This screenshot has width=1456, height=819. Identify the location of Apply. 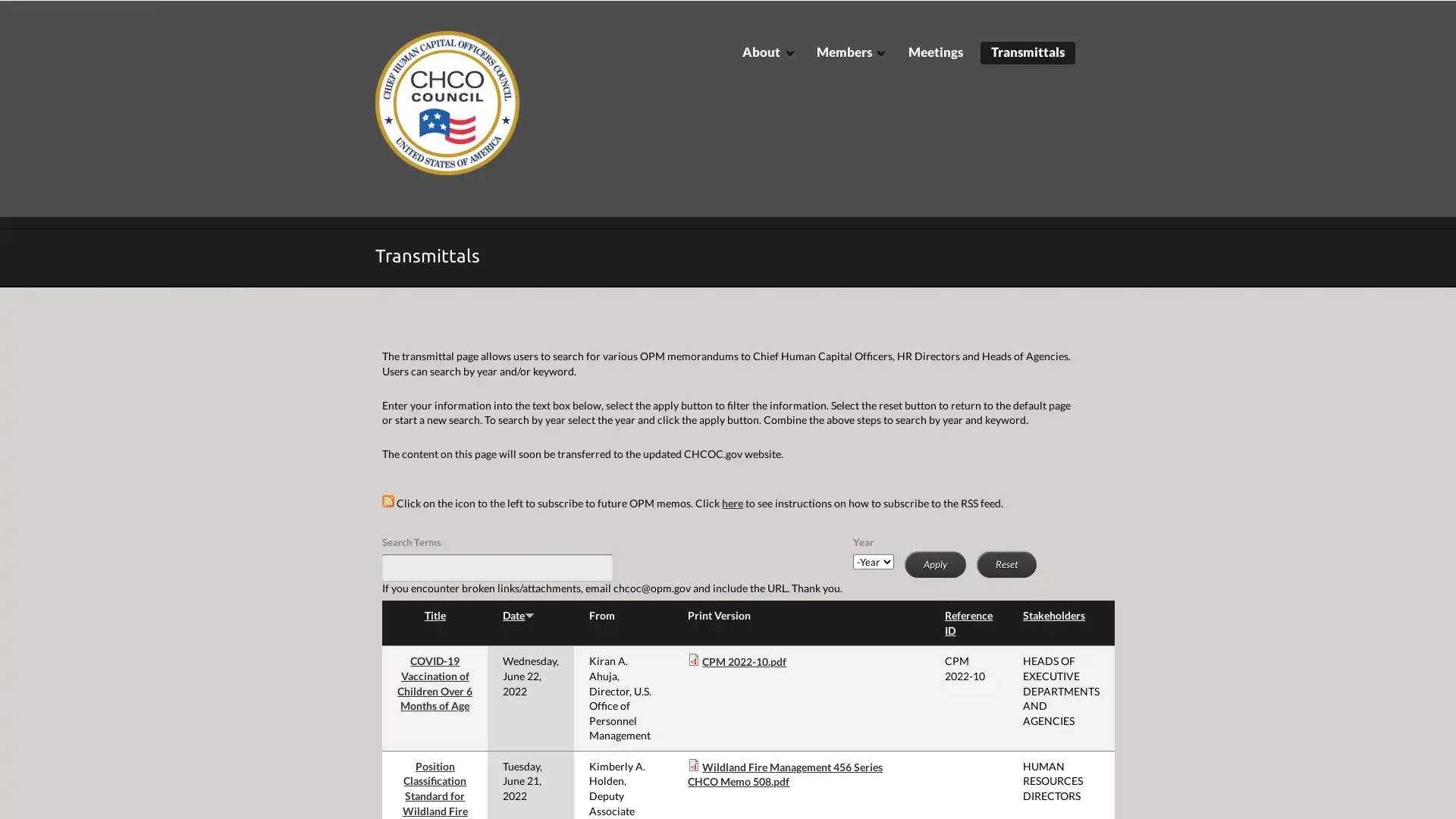
(934, 564).